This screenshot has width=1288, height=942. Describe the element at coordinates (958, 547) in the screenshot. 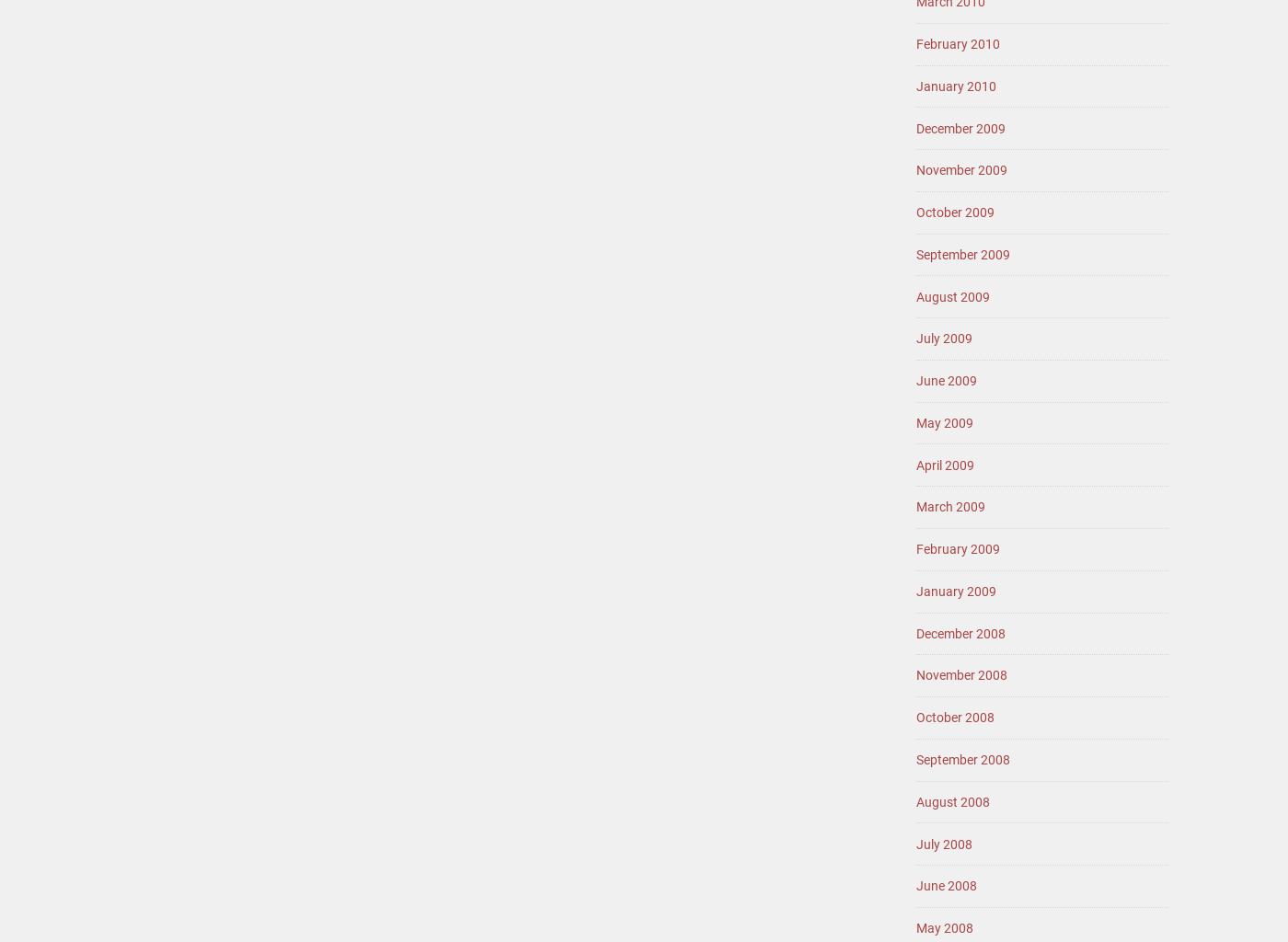

I see `'February 2009'` at that location.